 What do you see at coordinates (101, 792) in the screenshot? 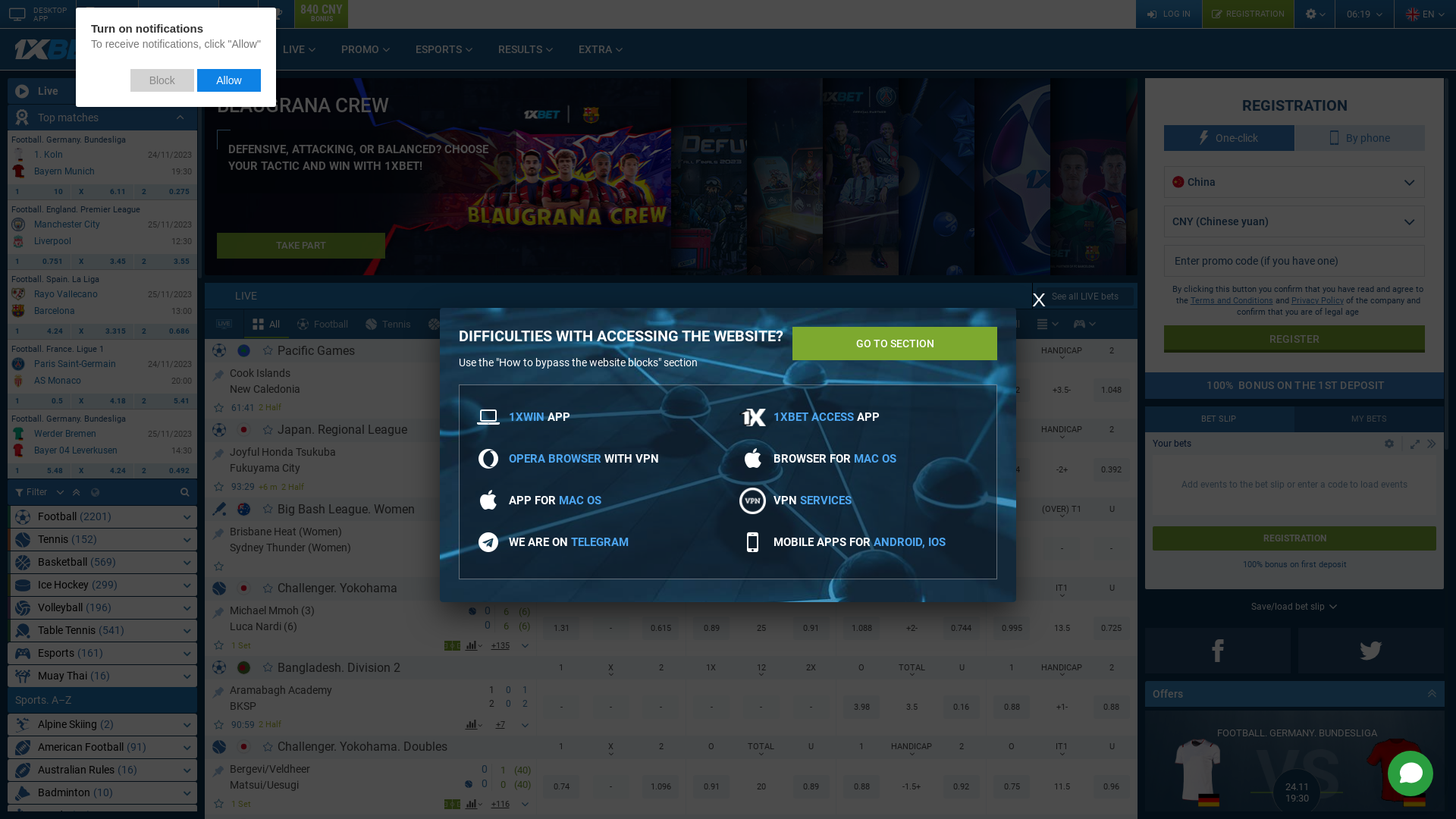
I see `'Badminton` at bounding box center [101, 792].